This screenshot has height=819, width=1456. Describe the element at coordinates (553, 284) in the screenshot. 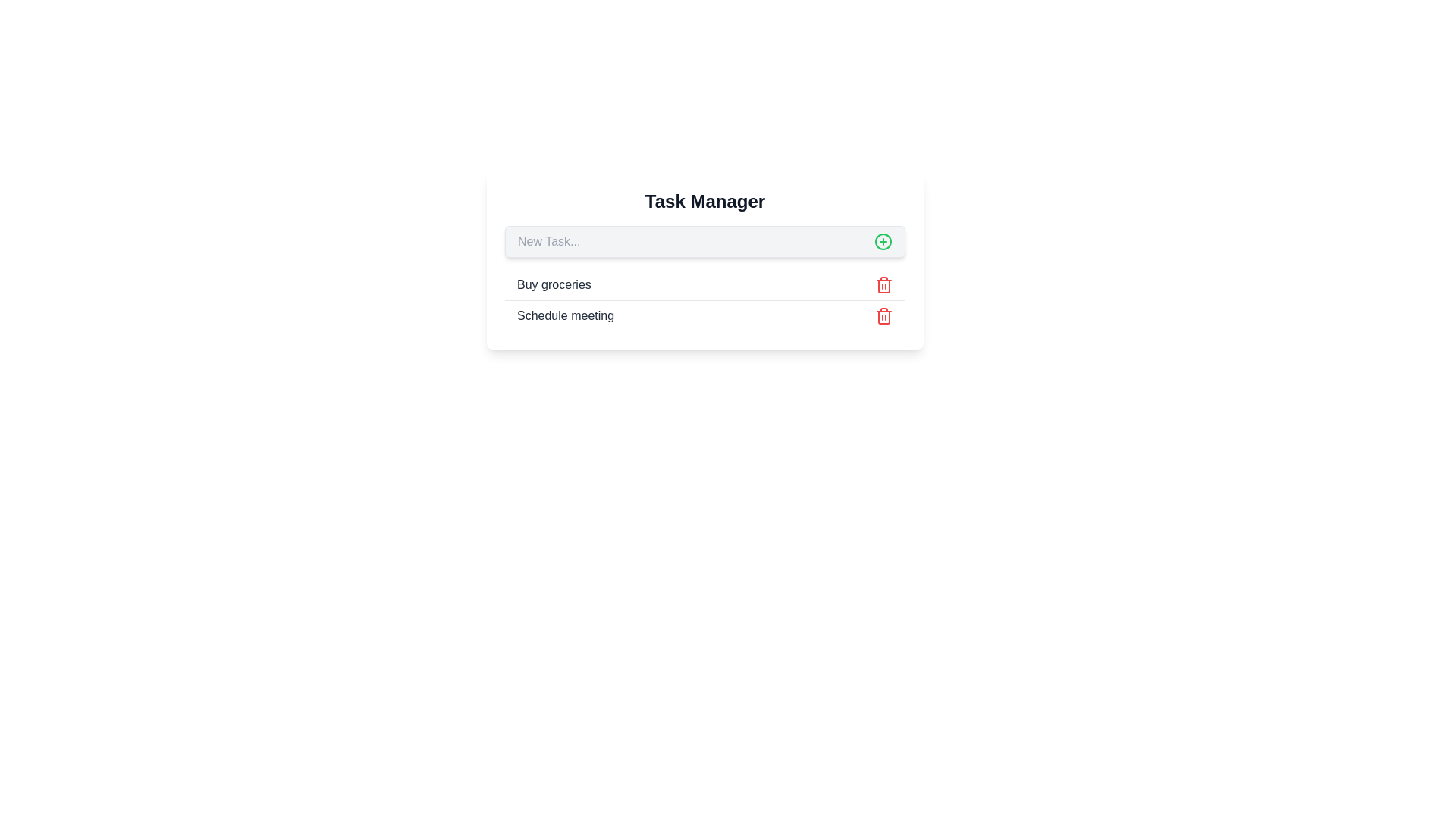

I see `the static text element displaying 'Buy groceries' in the task list of the Task Manager interface` at that location.